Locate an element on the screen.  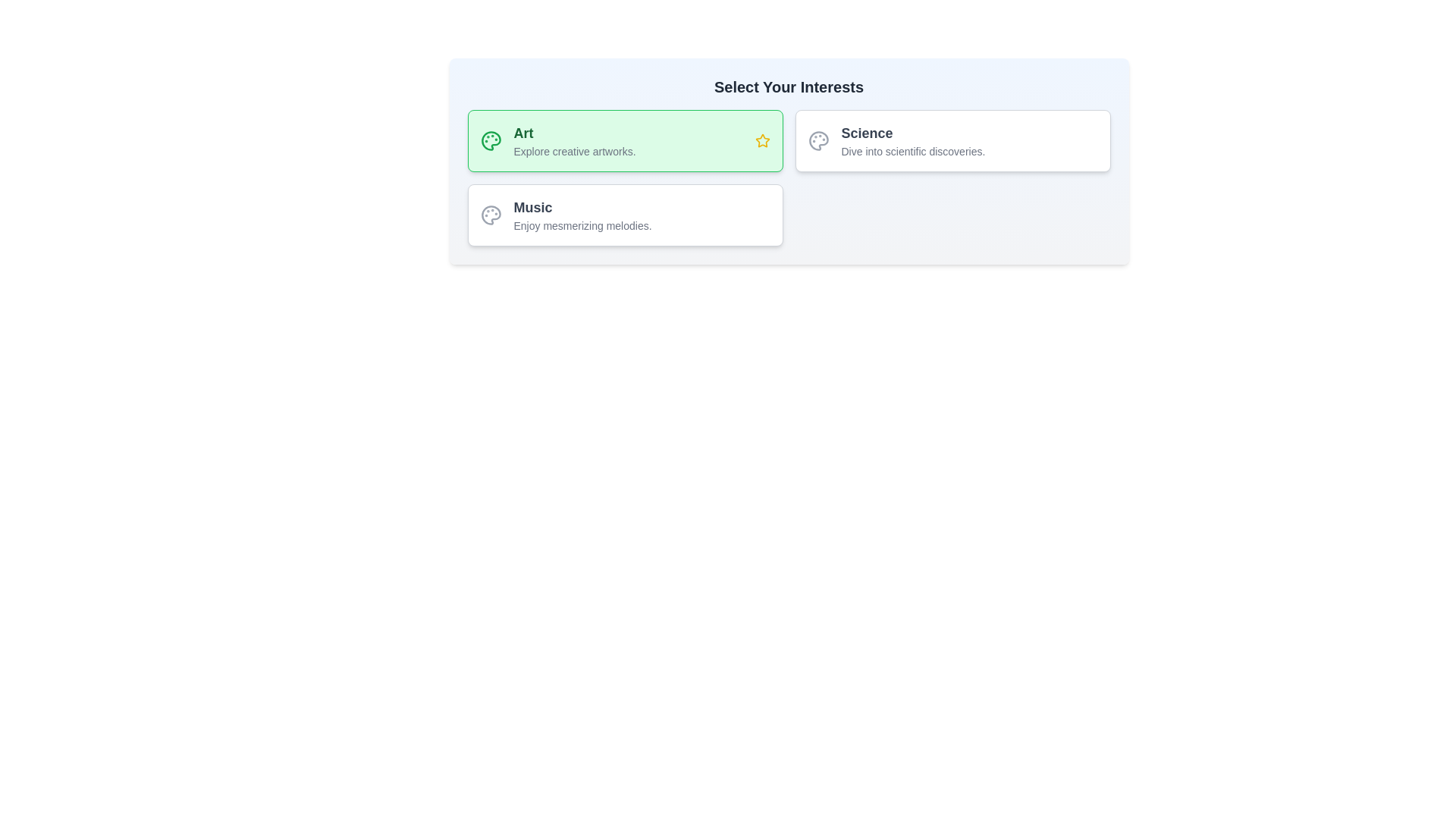
the category button labeled 'Science' to observe the hover effect is located at coordinates (952, 140).